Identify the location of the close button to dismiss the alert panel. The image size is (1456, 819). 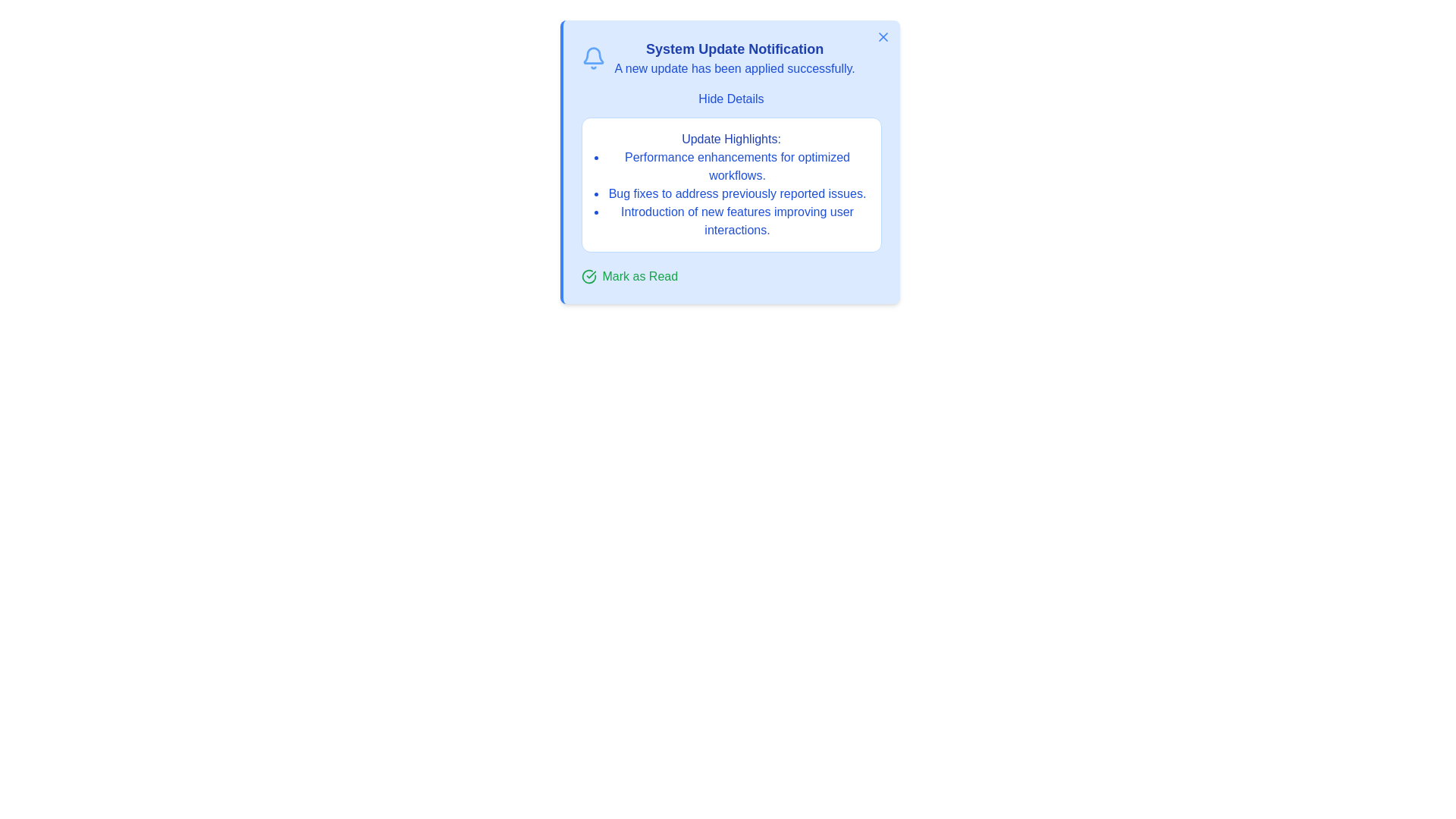
(883, 36).